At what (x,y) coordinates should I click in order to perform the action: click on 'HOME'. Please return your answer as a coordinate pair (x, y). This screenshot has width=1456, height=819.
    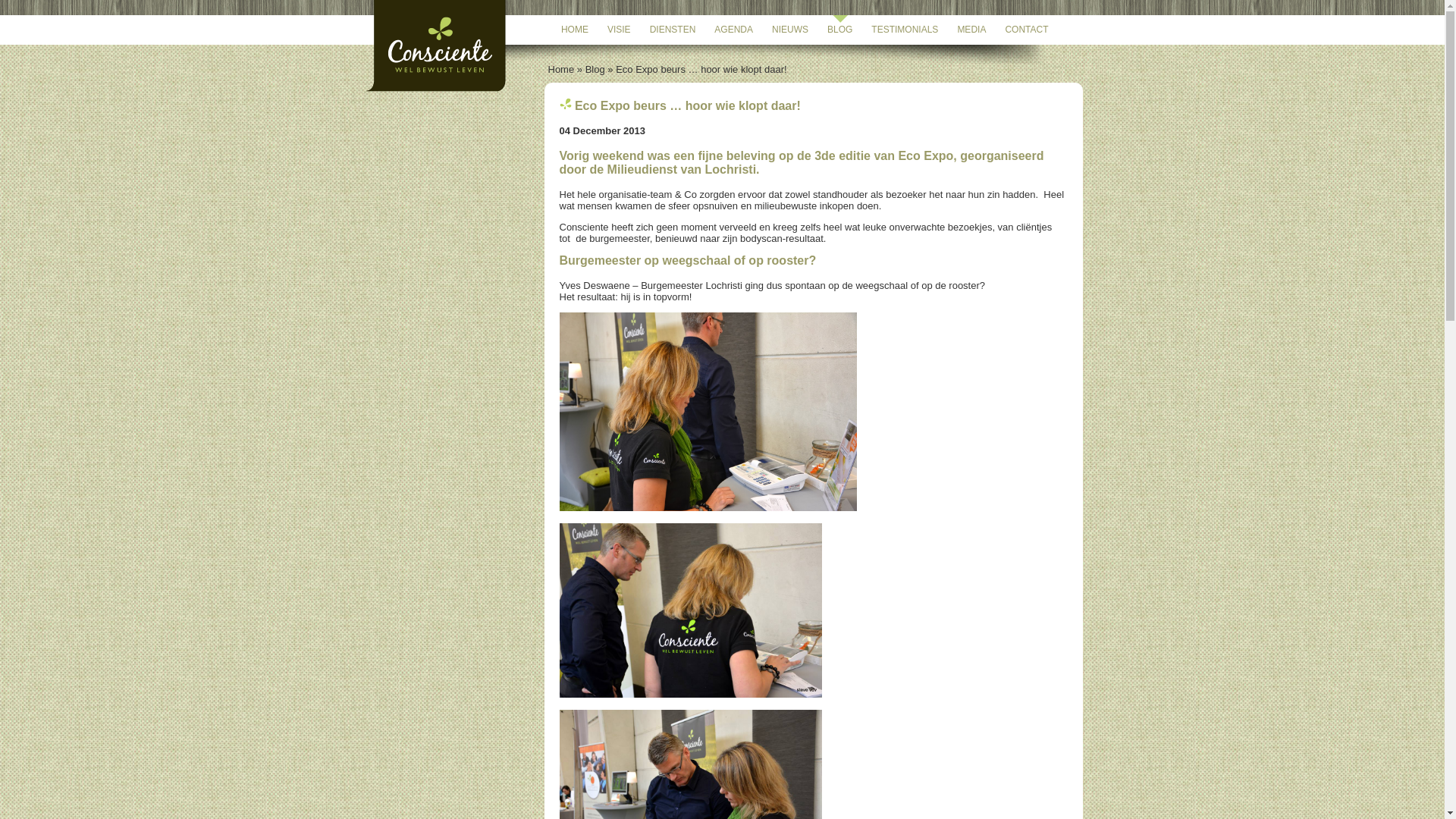
    Looking at the image, I should click on (560, 30).